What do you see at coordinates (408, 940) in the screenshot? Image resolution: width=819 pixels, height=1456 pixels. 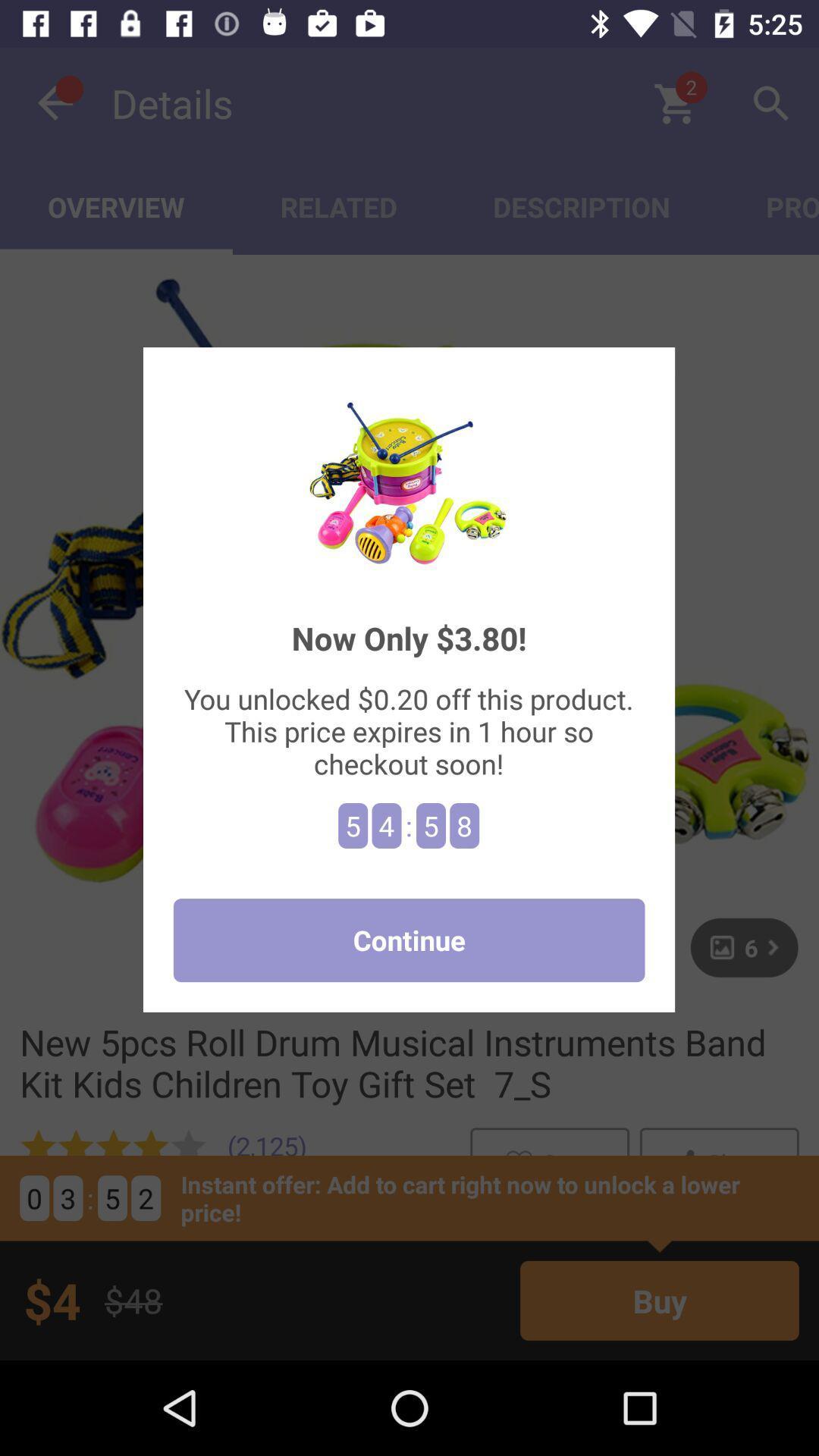 I see `continue icon` at bounding box center [408, 940].